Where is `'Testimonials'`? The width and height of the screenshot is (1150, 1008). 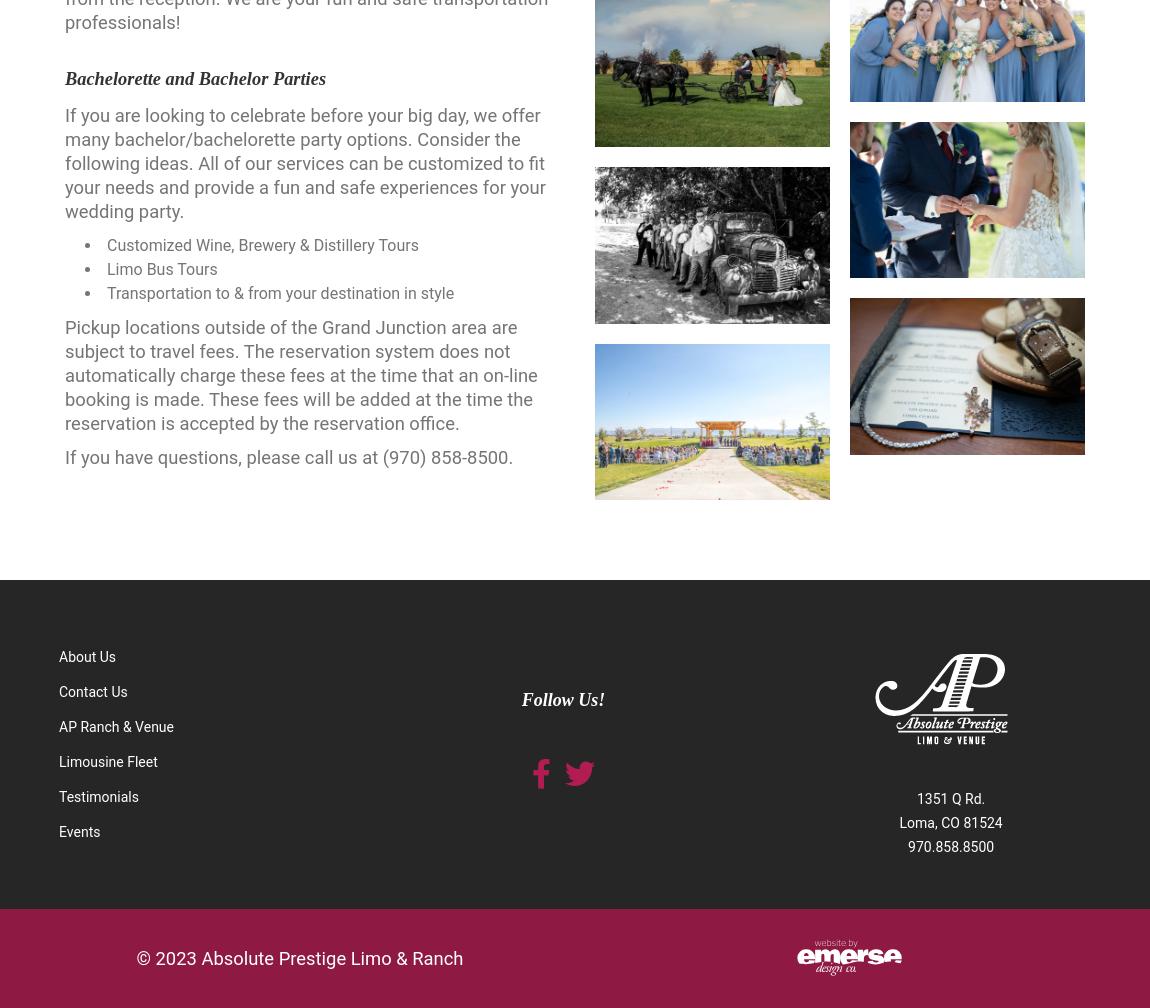 'Testimonials' is located at coordinates (97, 797).